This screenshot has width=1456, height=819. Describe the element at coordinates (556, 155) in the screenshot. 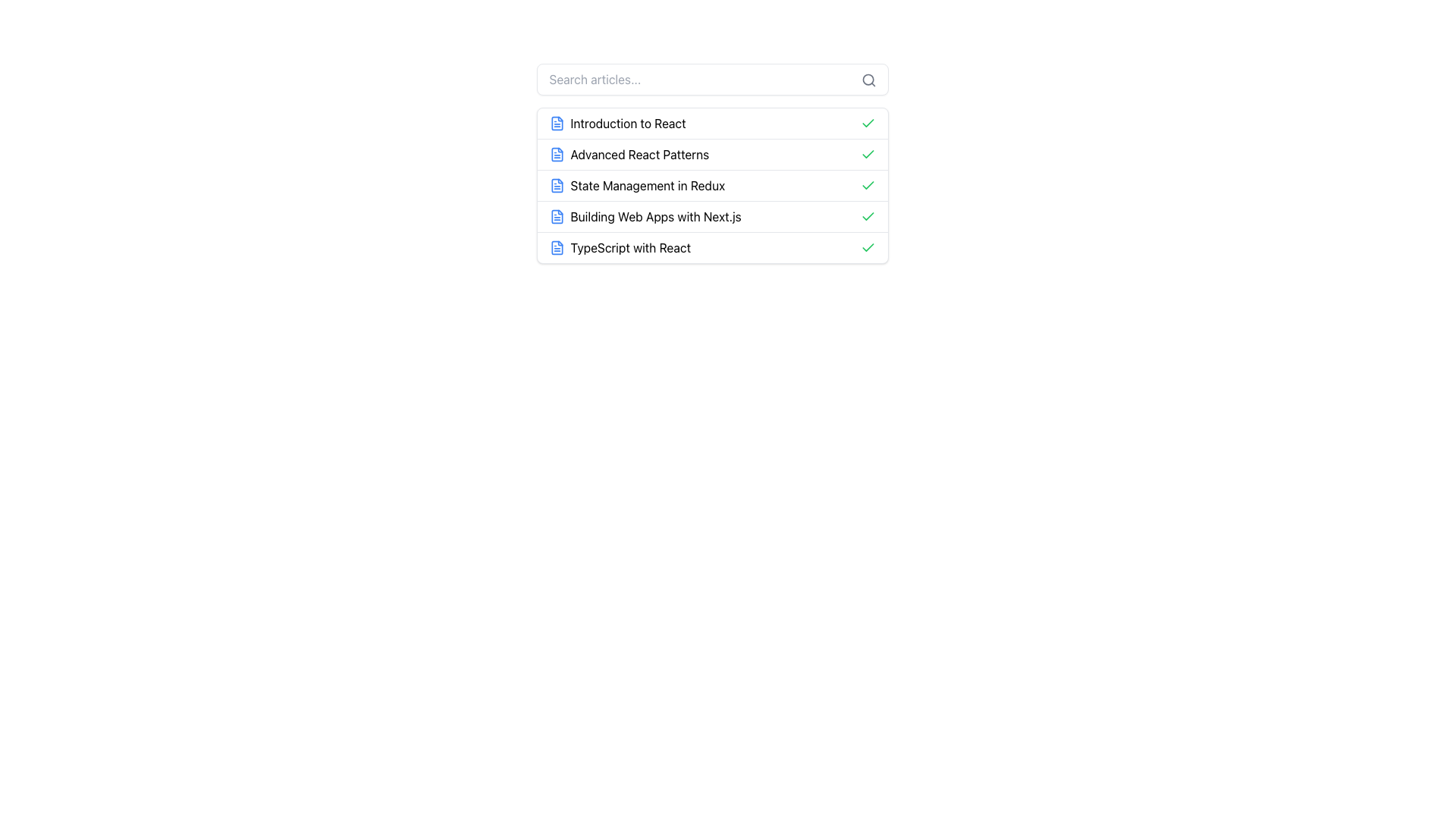

I see `the decorative icon associated with the 'Advanced React Patterns' text entry, which is the second icon in the vertical list to the left of the text` at that location.